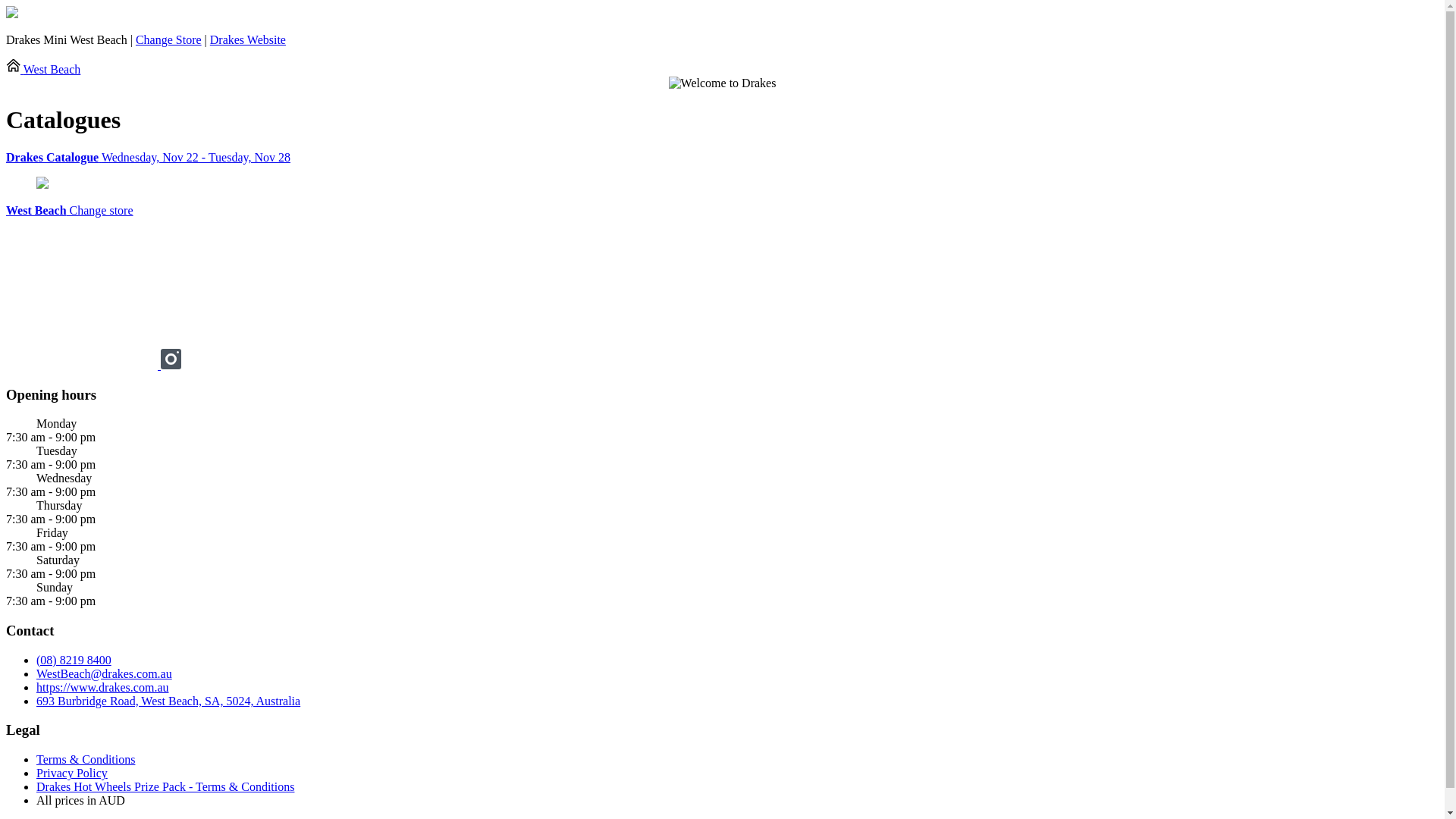  Describe the element at coordinates (68, 210) in the screenshot. I see `'West Beach Change store'` at that location.